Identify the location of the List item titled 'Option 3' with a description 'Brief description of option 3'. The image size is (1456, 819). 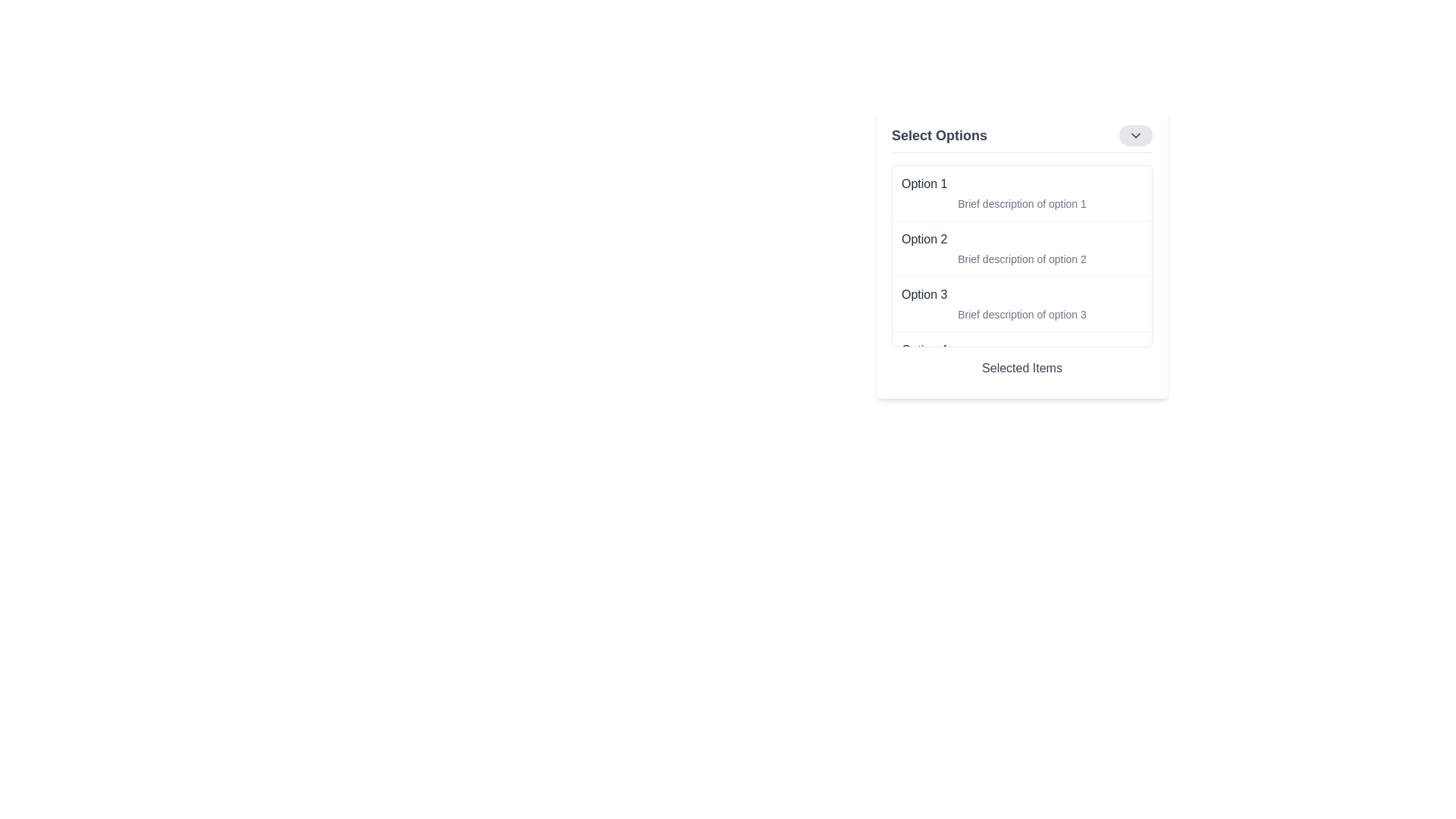
(1022, 304).